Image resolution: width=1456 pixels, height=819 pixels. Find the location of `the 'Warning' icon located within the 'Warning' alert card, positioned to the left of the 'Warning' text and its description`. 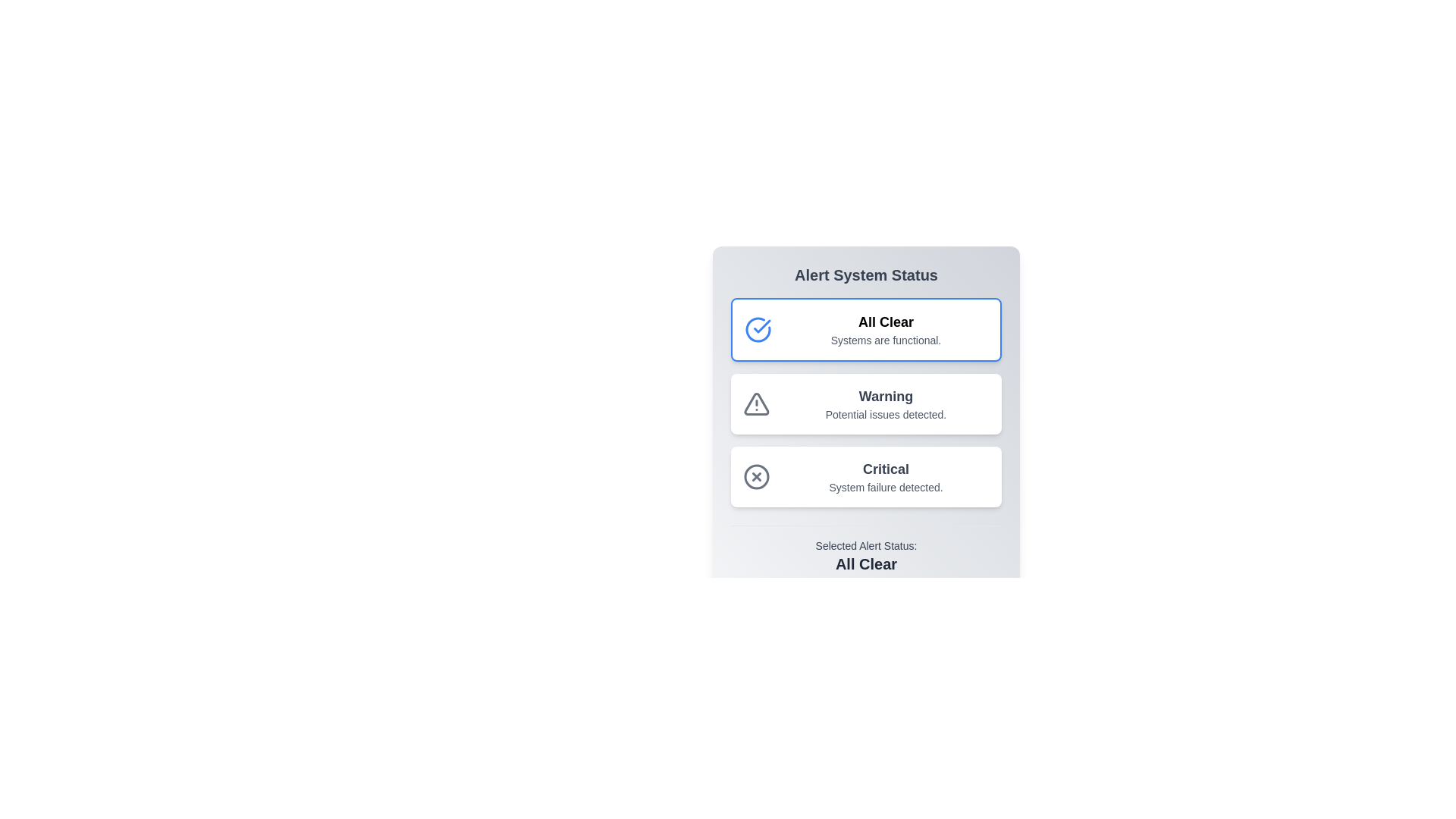

the 'Warning' icon located within the 'Warning' alert card, positioned to the left of the 'Warning' text and its description is located at coordinates (757, 403).